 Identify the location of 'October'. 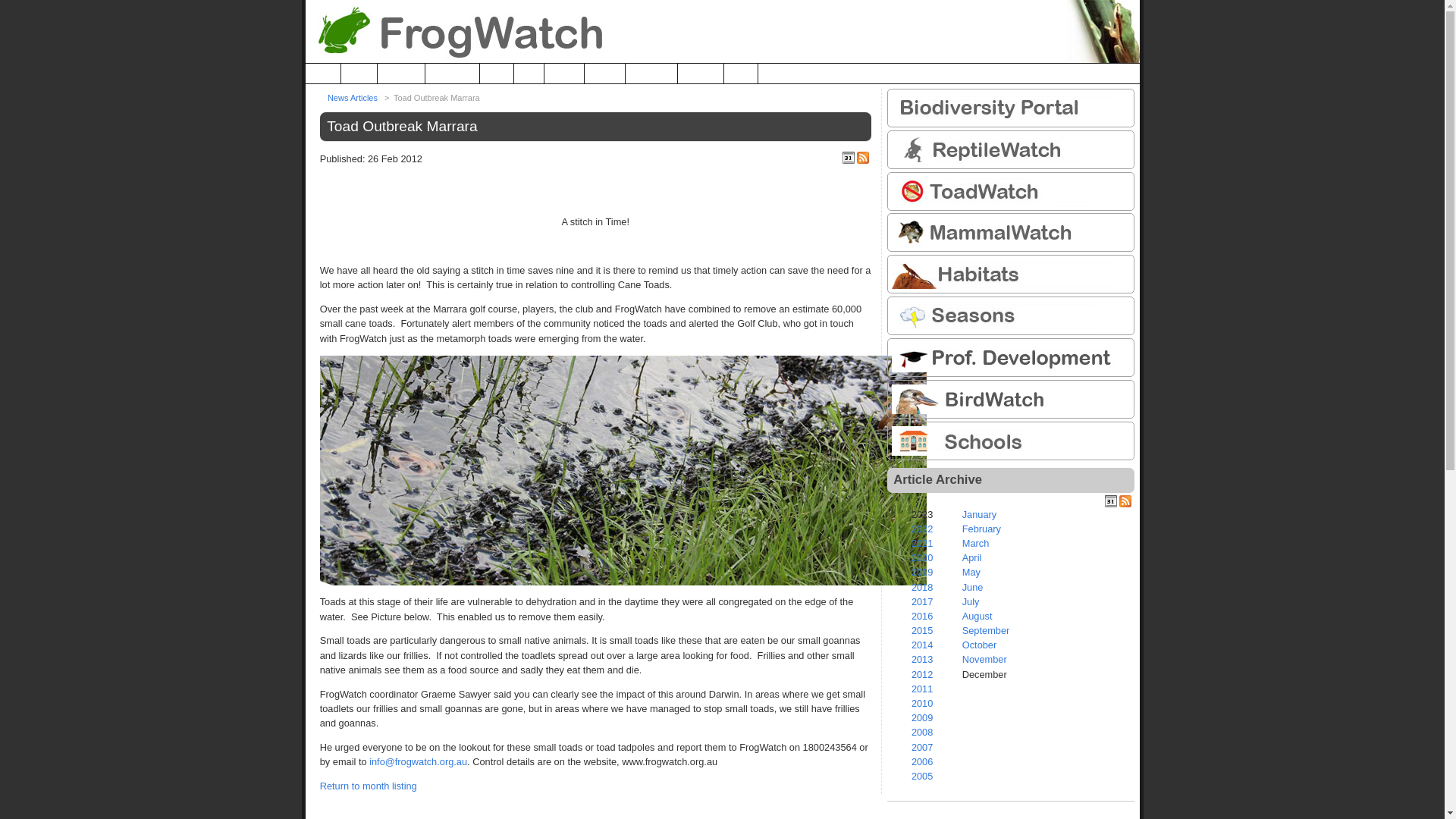
(979, 645).